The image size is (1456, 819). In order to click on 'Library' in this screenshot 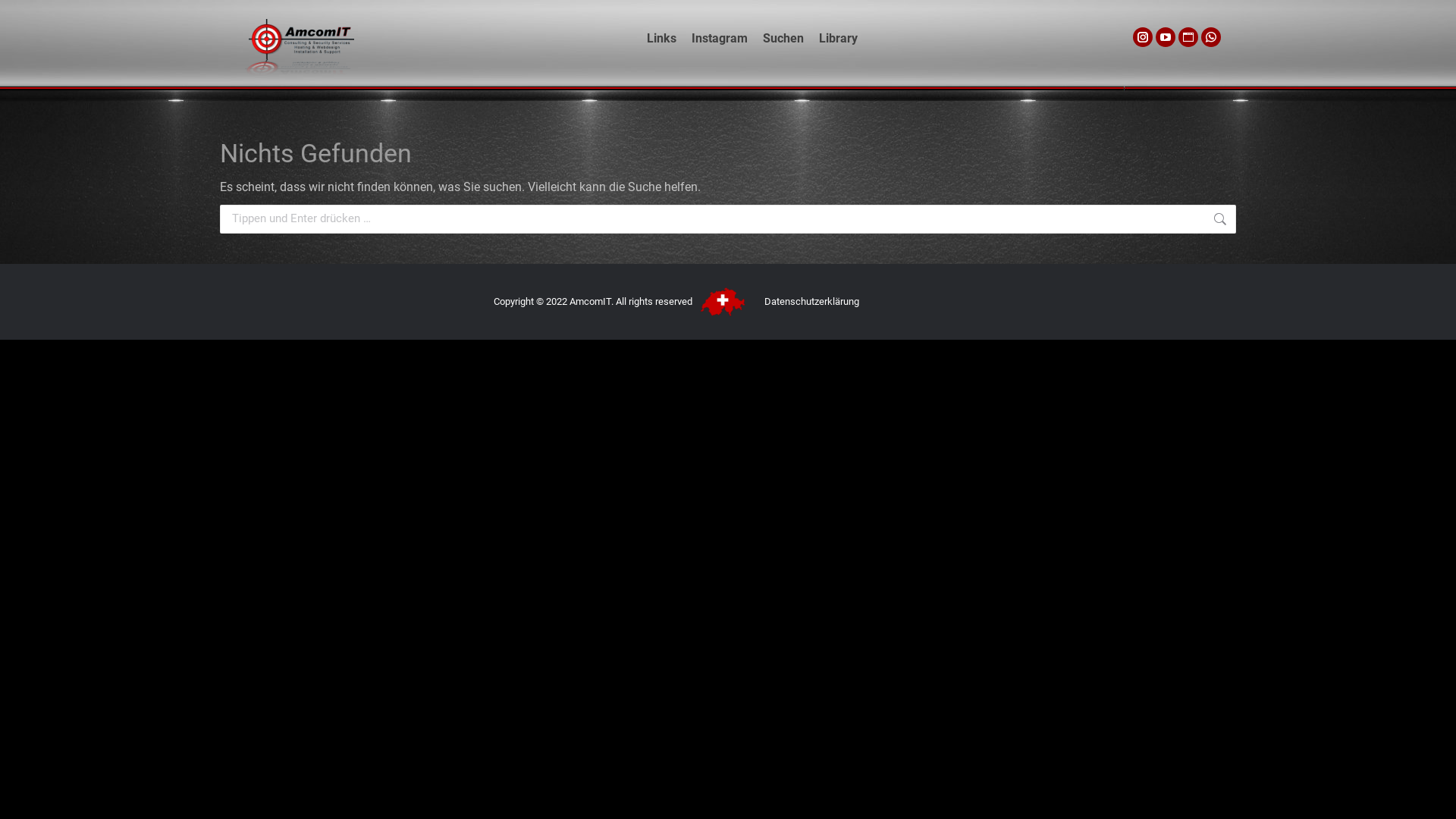, I will do `click(811, 37)`.